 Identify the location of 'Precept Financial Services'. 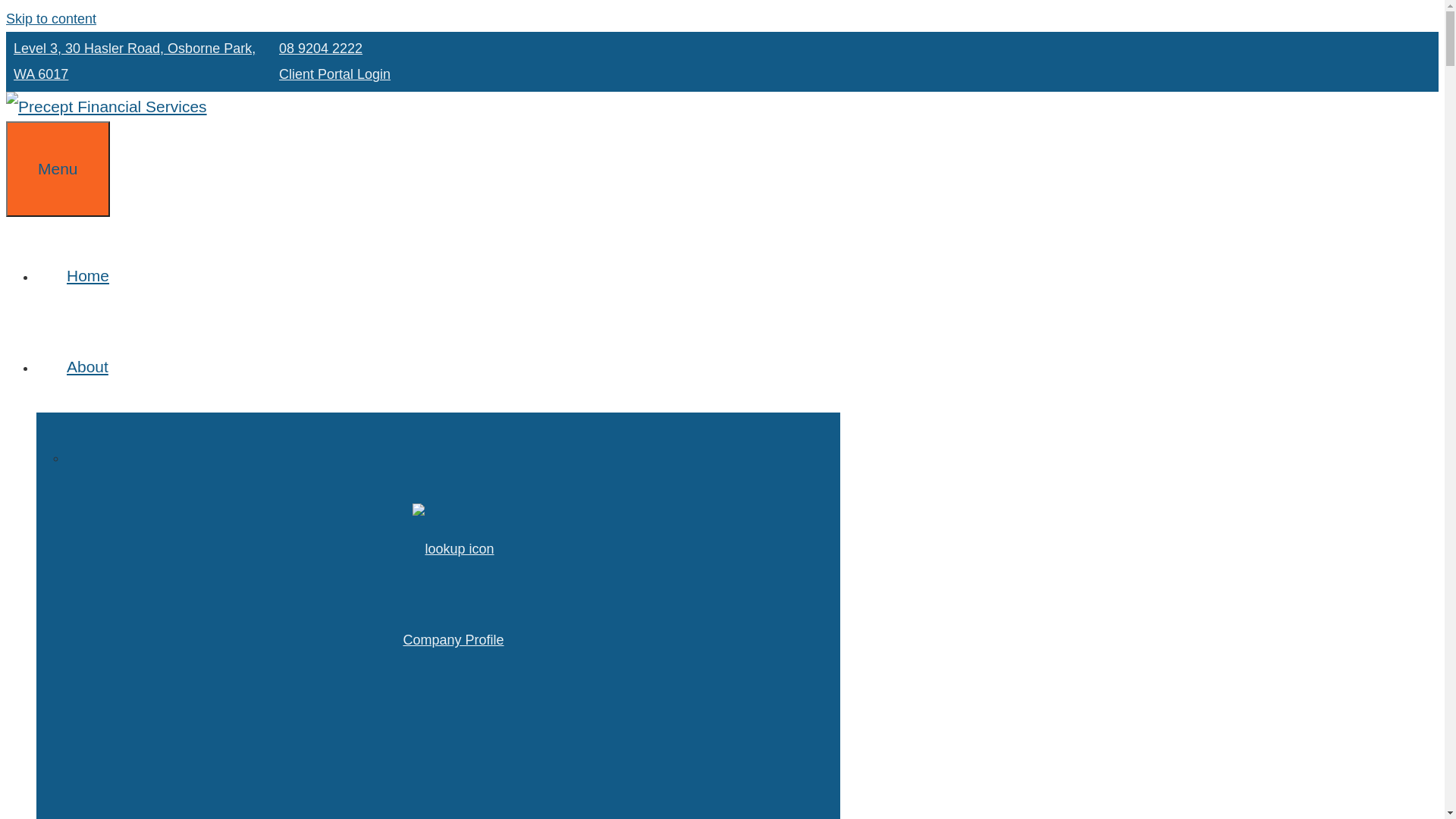
(105, 105).